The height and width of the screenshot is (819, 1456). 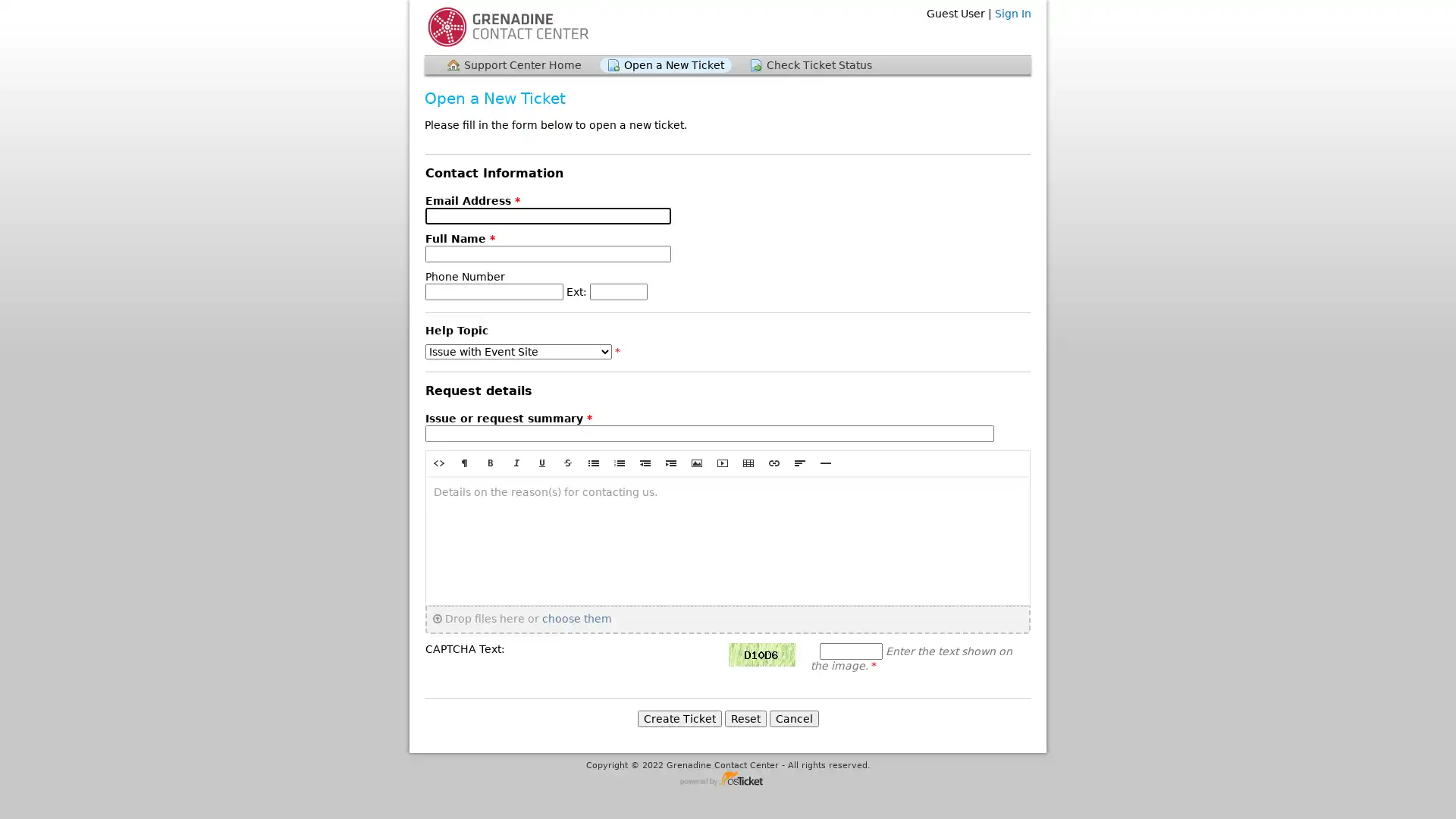 I want to click on Reset, so click(x=745, y=717).